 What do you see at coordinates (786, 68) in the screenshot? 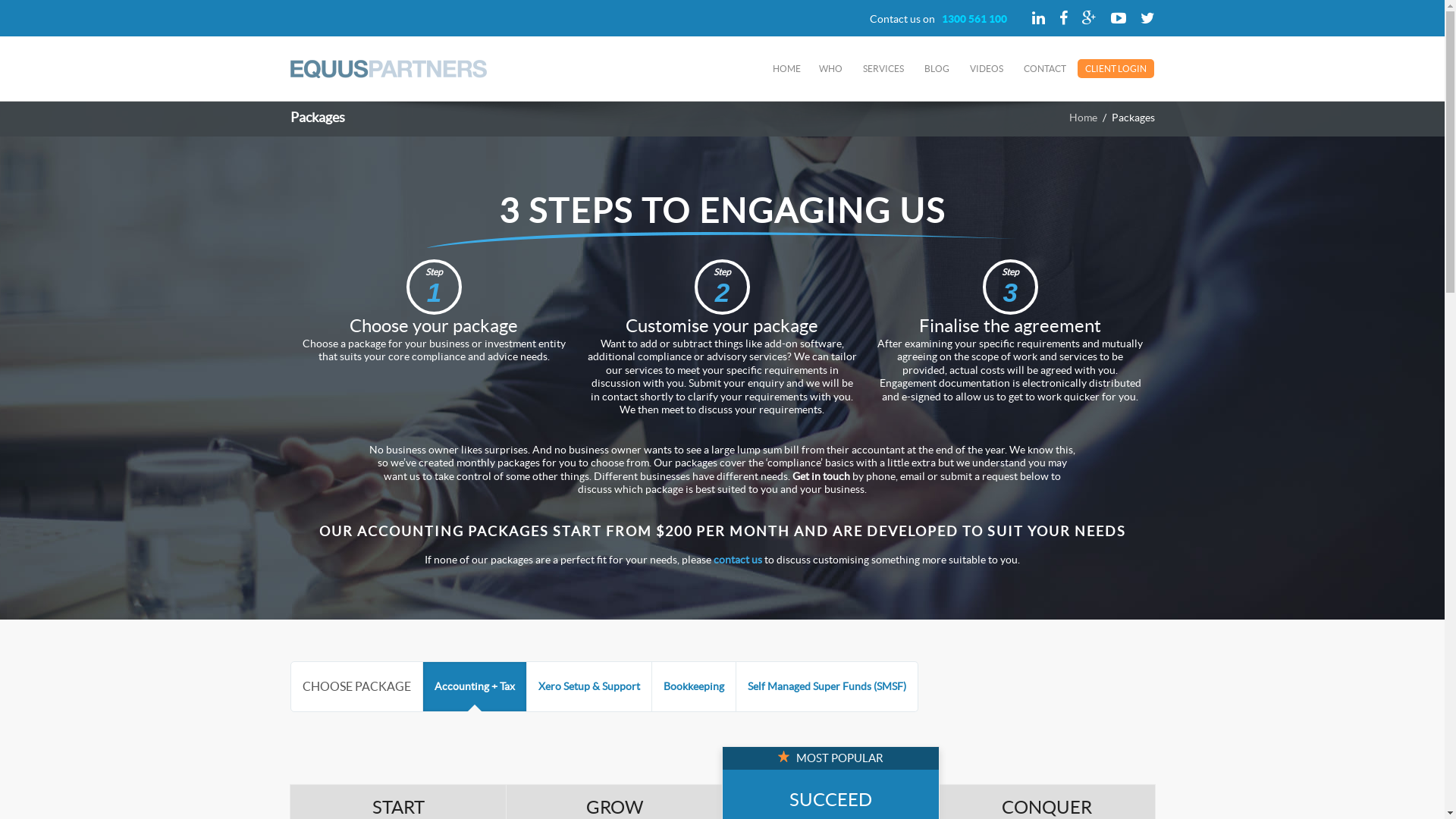
I see `'HOME'` at bounding box center [786, 68].